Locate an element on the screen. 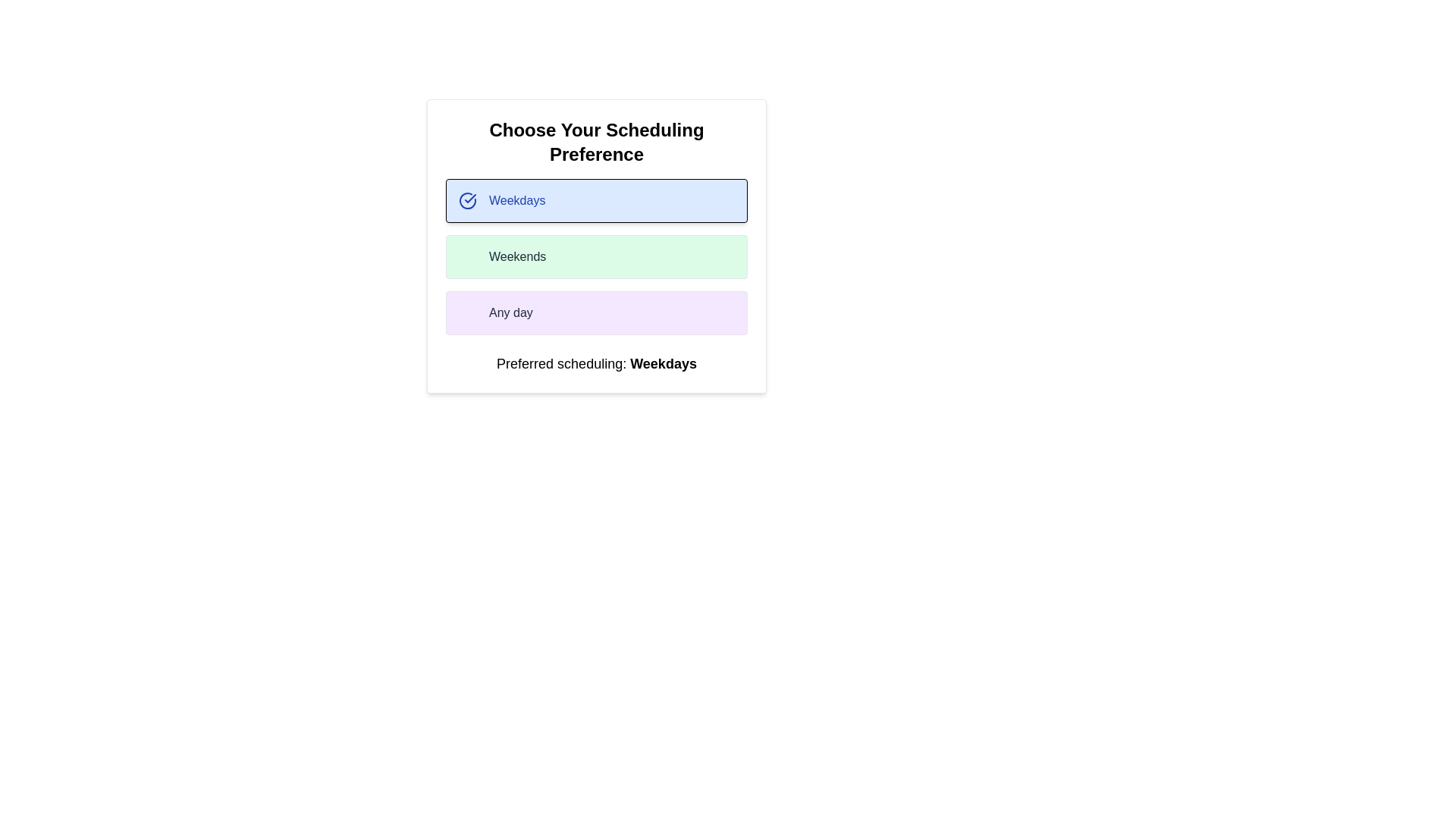  the bold text label displaying 'Weekdays', which is styled prominently in a larger font next to 'Preferred scheduling:' is located at coordinates (664, 363).